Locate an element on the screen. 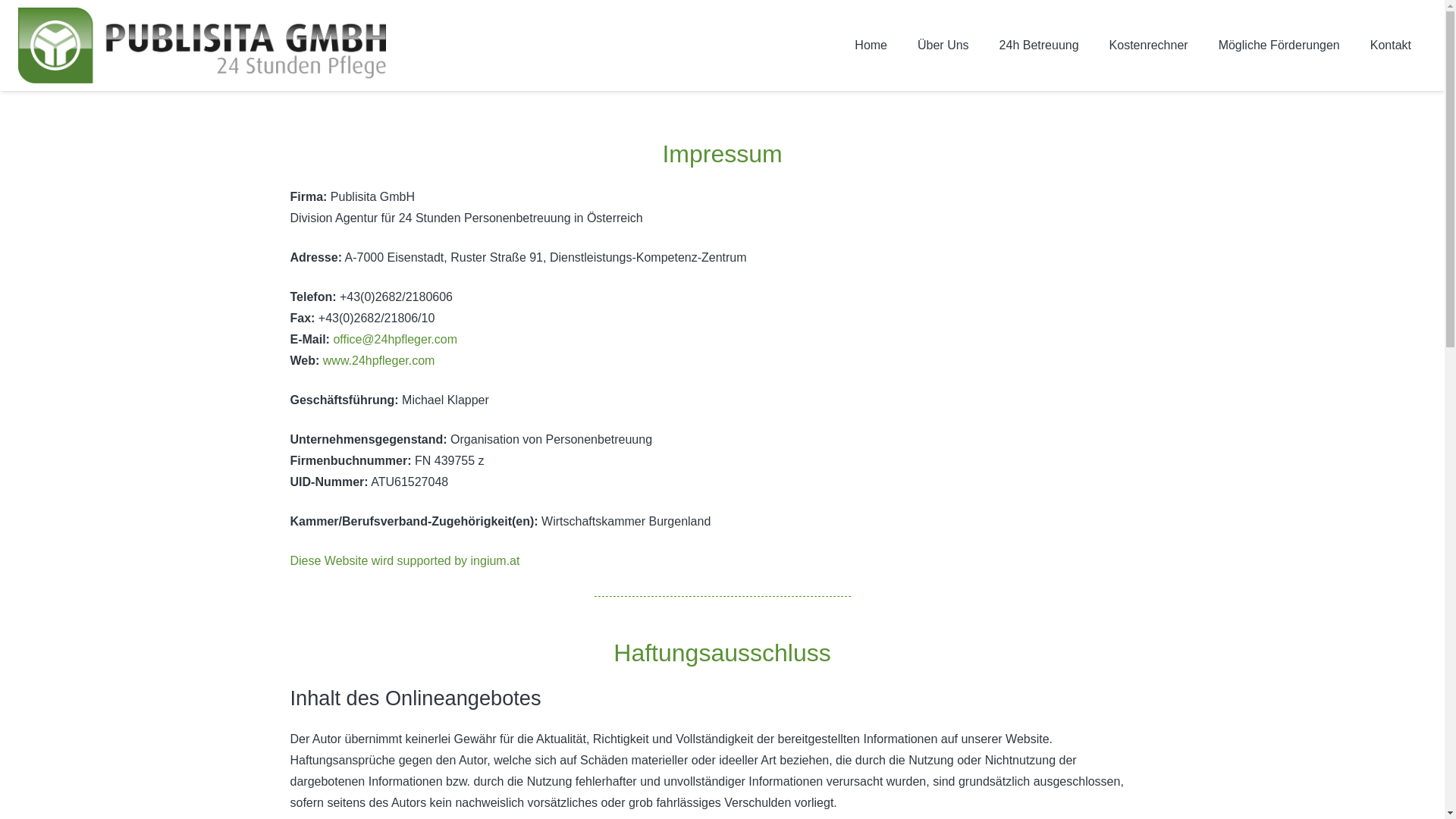 This screenshot has width=1456, height=819. 'Kostenrechner' is located at coordinates (1094, 45).